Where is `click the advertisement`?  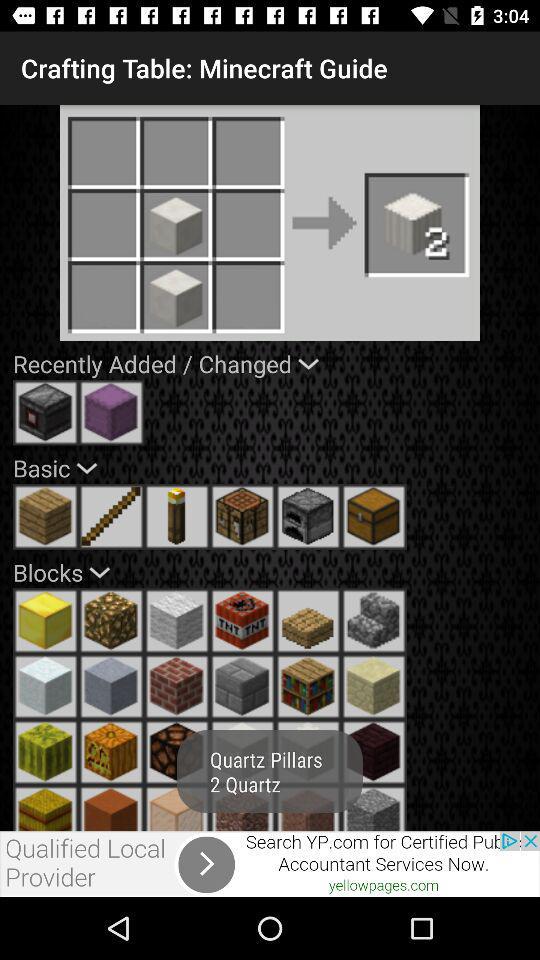 click the advertisement is located at coordinates (270, 863).